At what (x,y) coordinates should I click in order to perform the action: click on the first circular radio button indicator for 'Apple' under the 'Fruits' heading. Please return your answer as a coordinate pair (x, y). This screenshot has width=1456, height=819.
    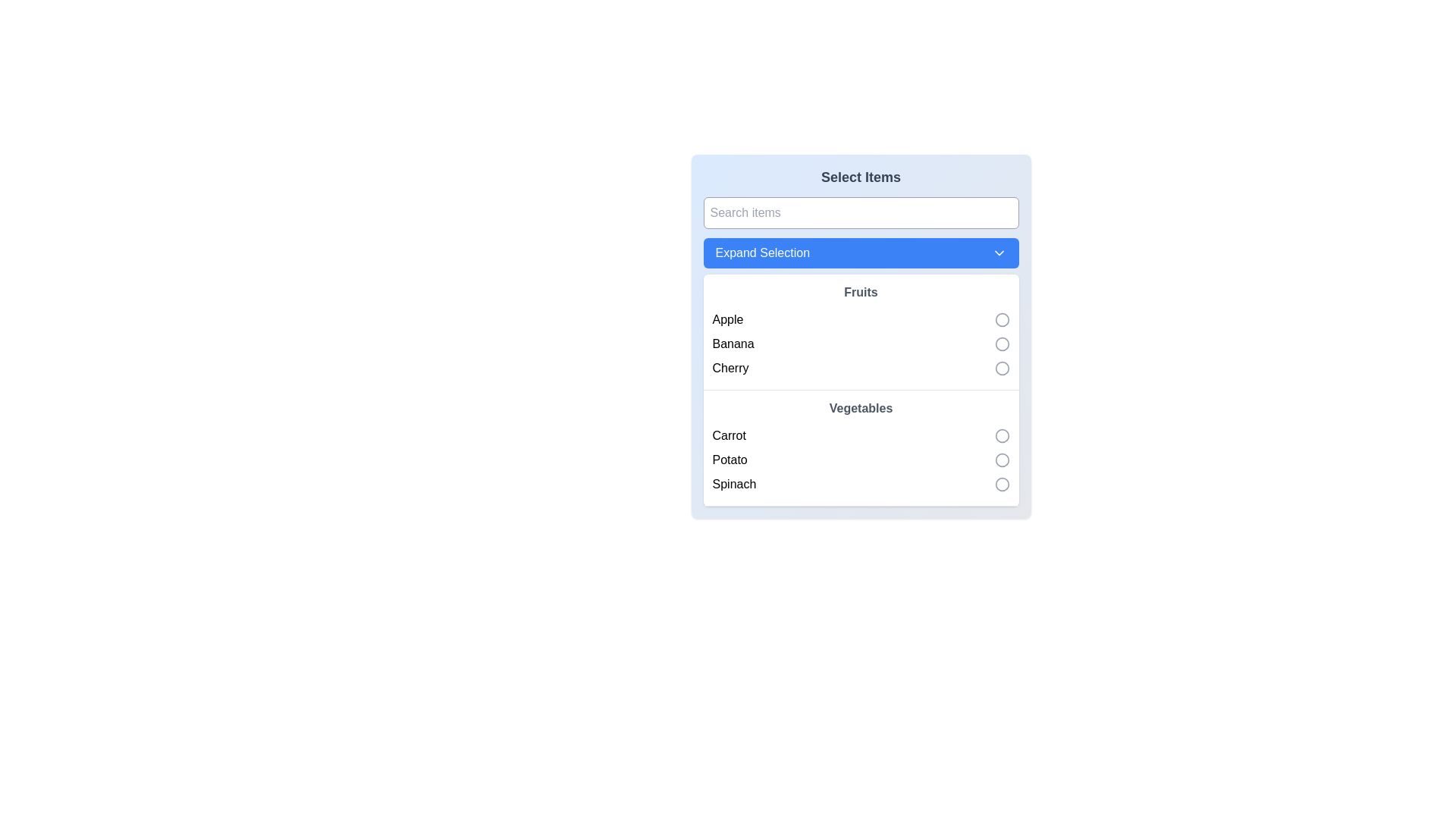
    Looking at the image, I should click on (1002, 318).